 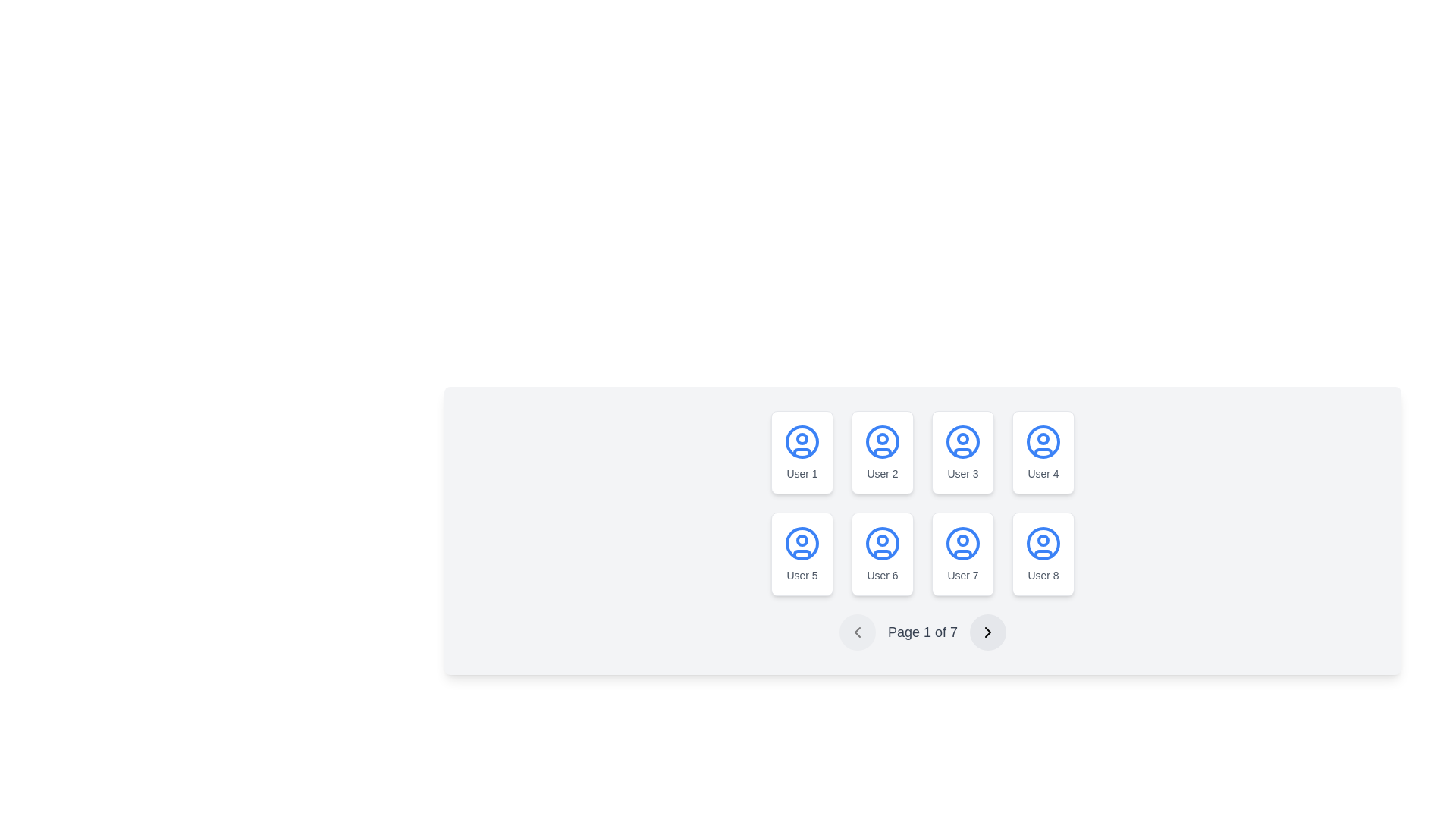 What do you see at coordinates (882, 554) in the screenshot?
I see `the Card element representing 'User 6', located in the second row and second column of a 4x2 grid layout` at bounding box center [882, 554].